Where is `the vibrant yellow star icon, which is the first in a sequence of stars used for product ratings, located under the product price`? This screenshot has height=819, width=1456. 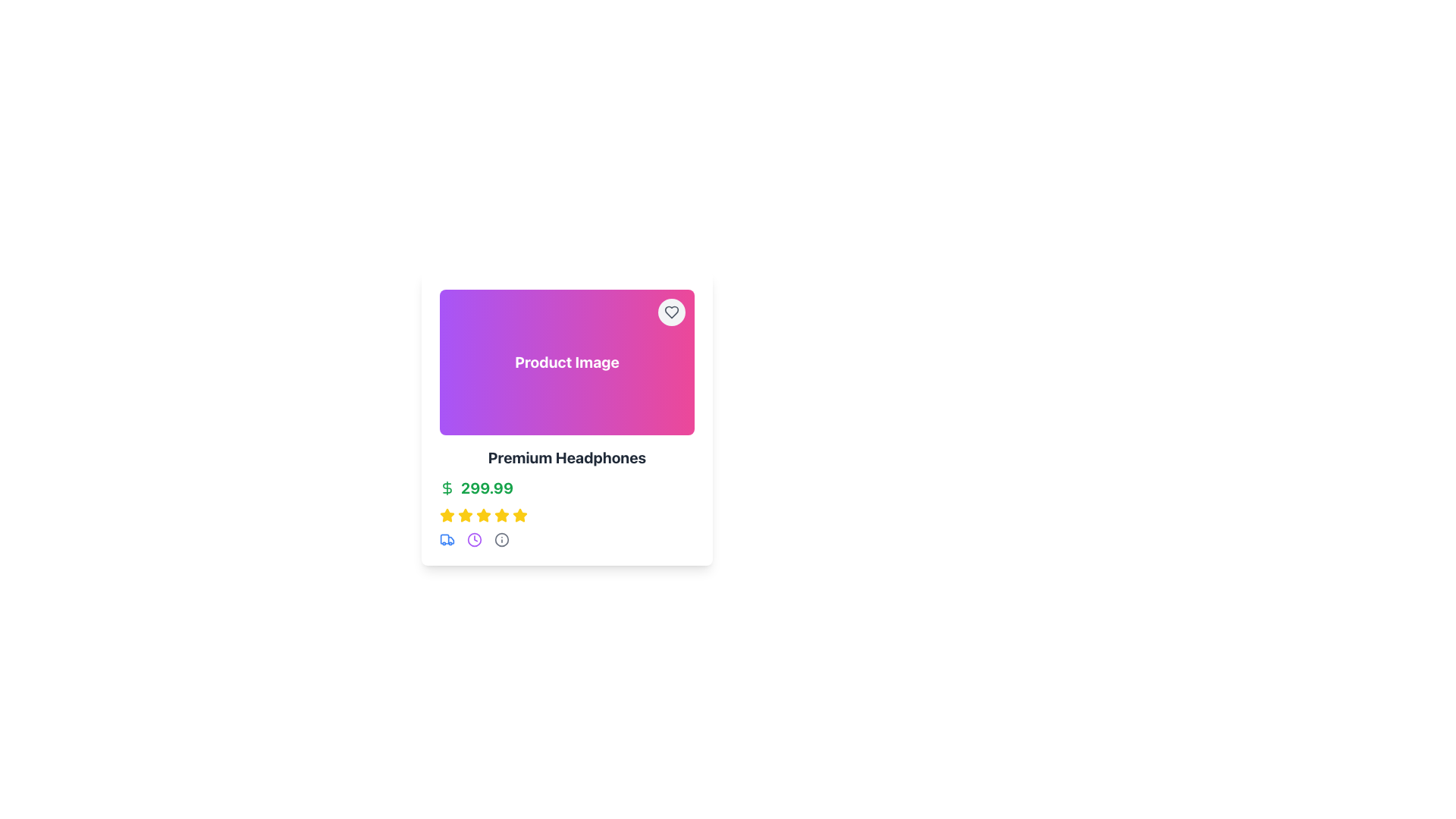 the vibrant yellow star icon, which is the first in a sequence of stars used for product ratings, located under the product price is located at coordinates (447, 514).